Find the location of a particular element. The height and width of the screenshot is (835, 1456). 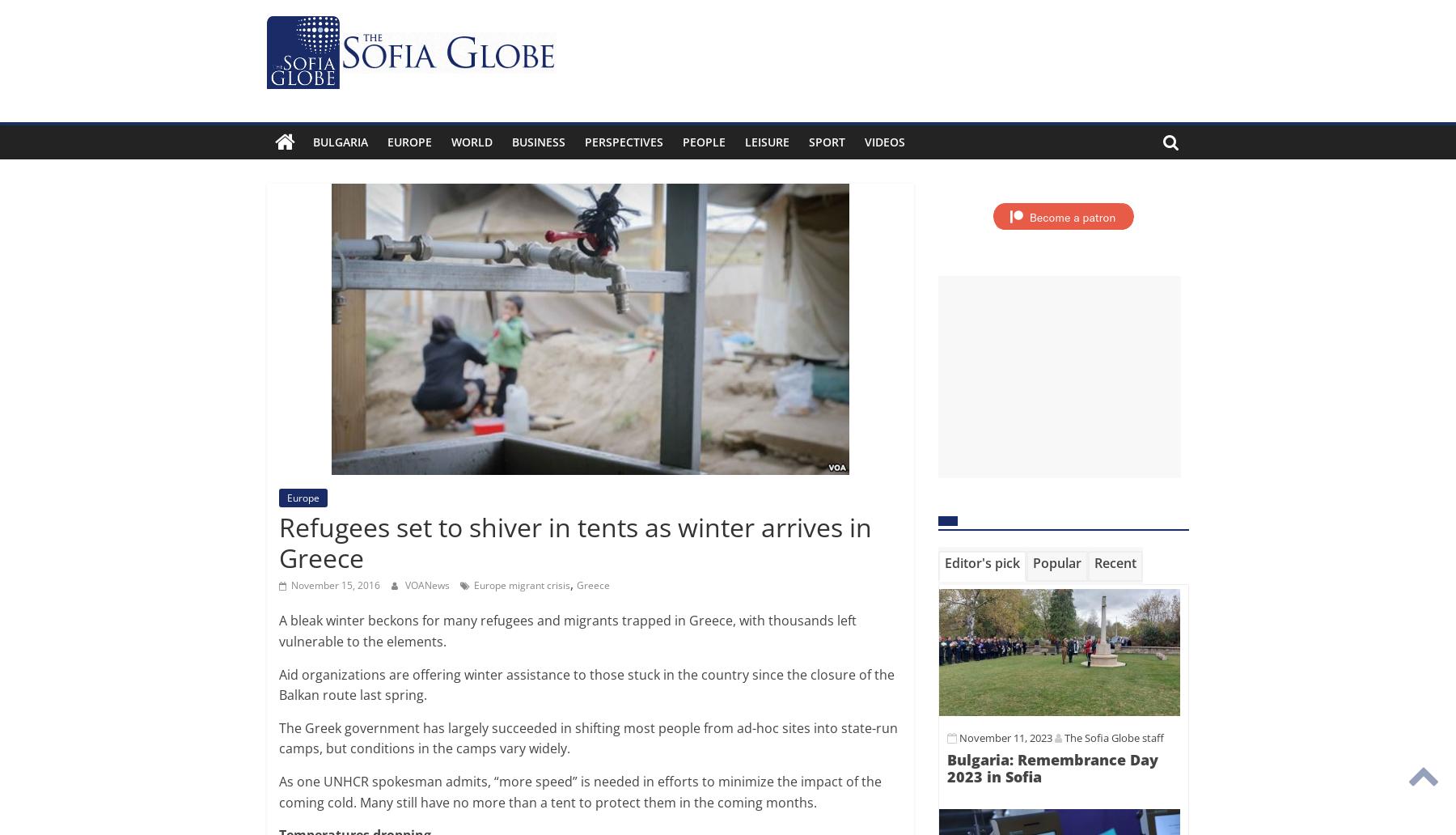

'Greece' is located at coordinates (575, 583).